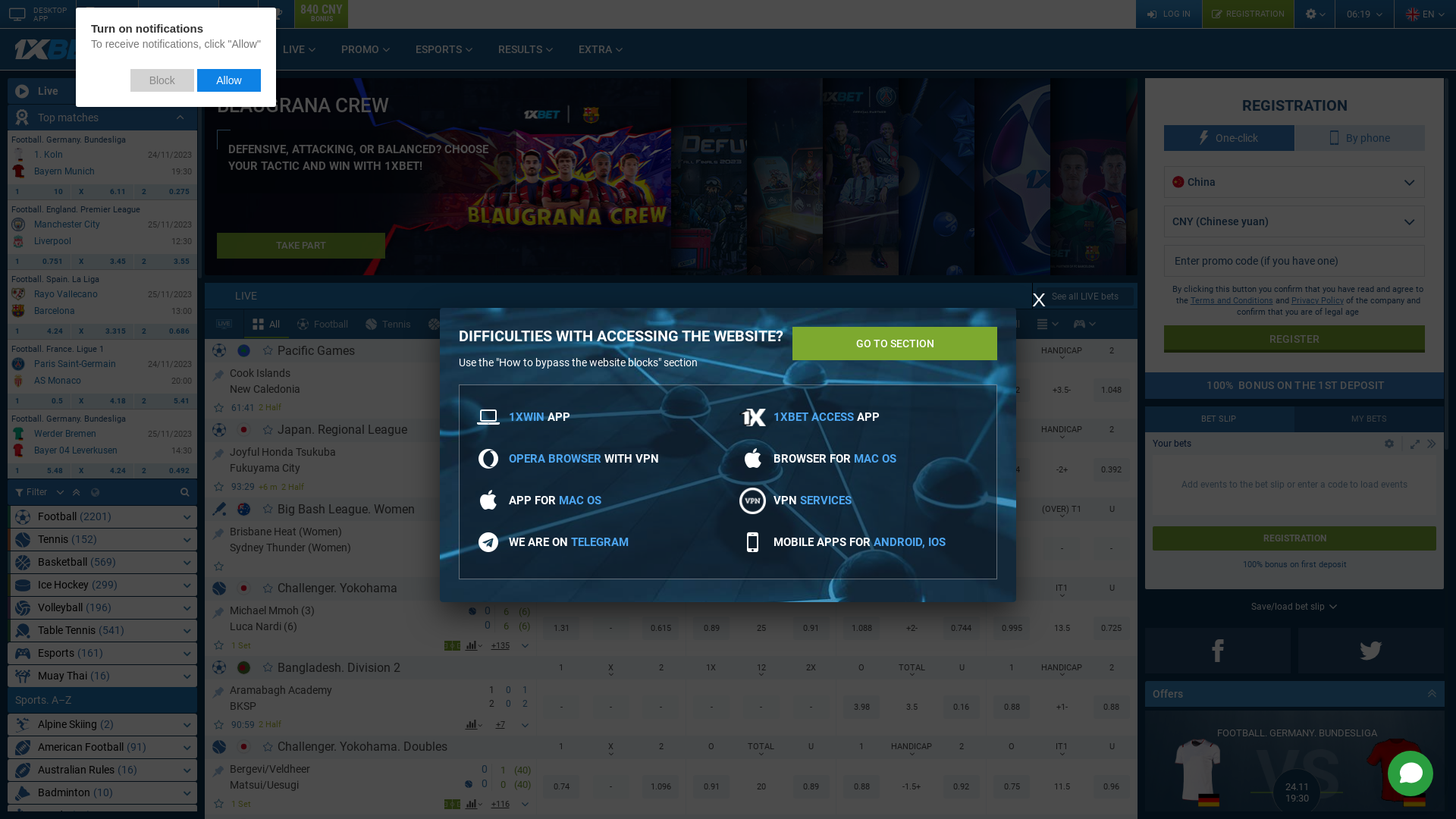 The width and height of the screenshot is (1456, 819). I want to click on 'Rayo Vallecano. Madrid', so click(18, 294).